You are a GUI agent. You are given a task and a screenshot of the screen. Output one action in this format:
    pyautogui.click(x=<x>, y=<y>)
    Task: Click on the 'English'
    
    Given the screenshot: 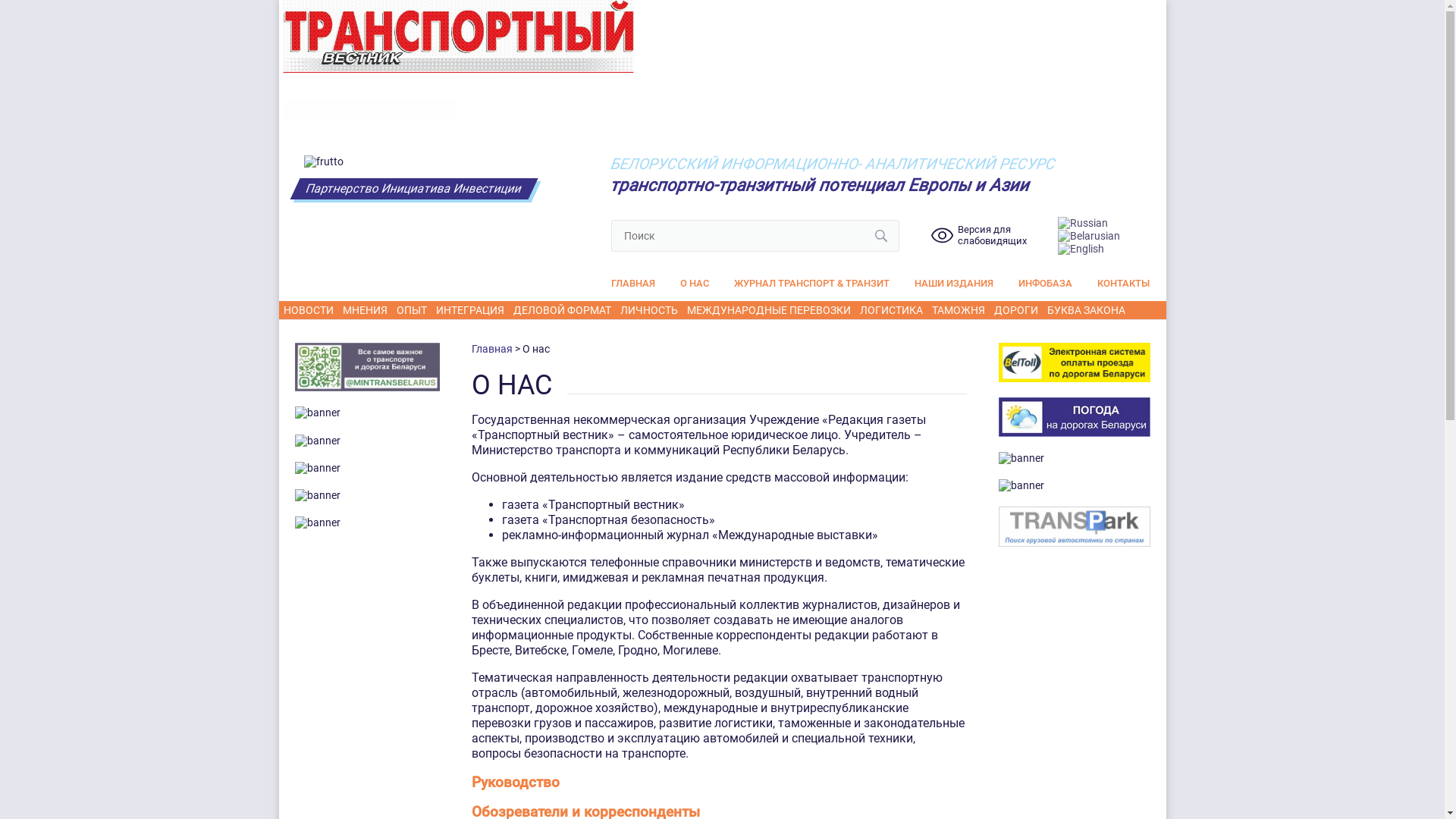 What is the action you would take?
    pyautogui.click(x=1080, y=247)
    